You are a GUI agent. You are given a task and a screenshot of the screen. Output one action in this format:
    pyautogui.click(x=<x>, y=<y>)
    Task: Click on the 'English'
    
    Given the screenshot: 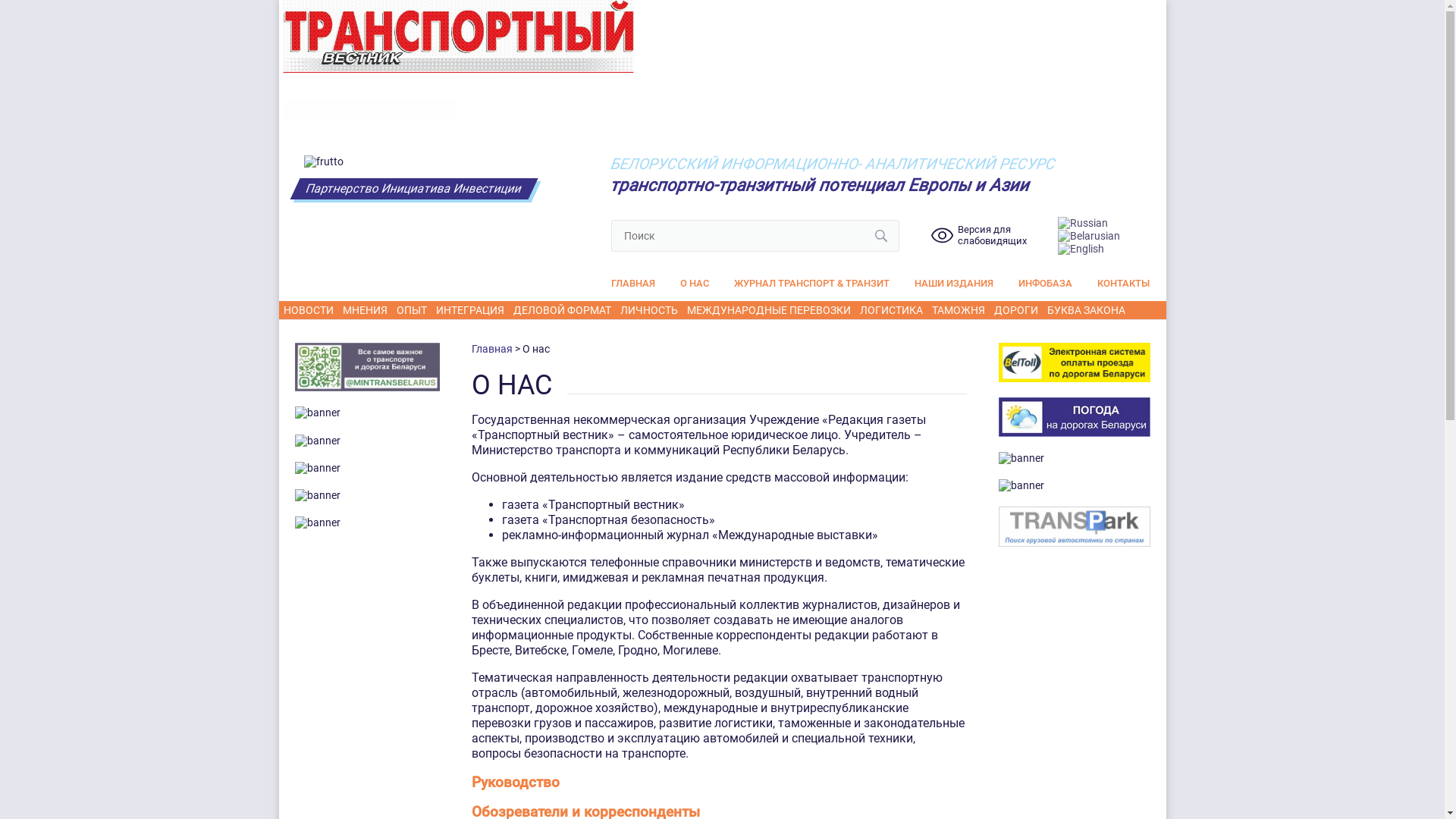 What is the action you would take?
    pyautogui.click(x=1080, y=247)
    